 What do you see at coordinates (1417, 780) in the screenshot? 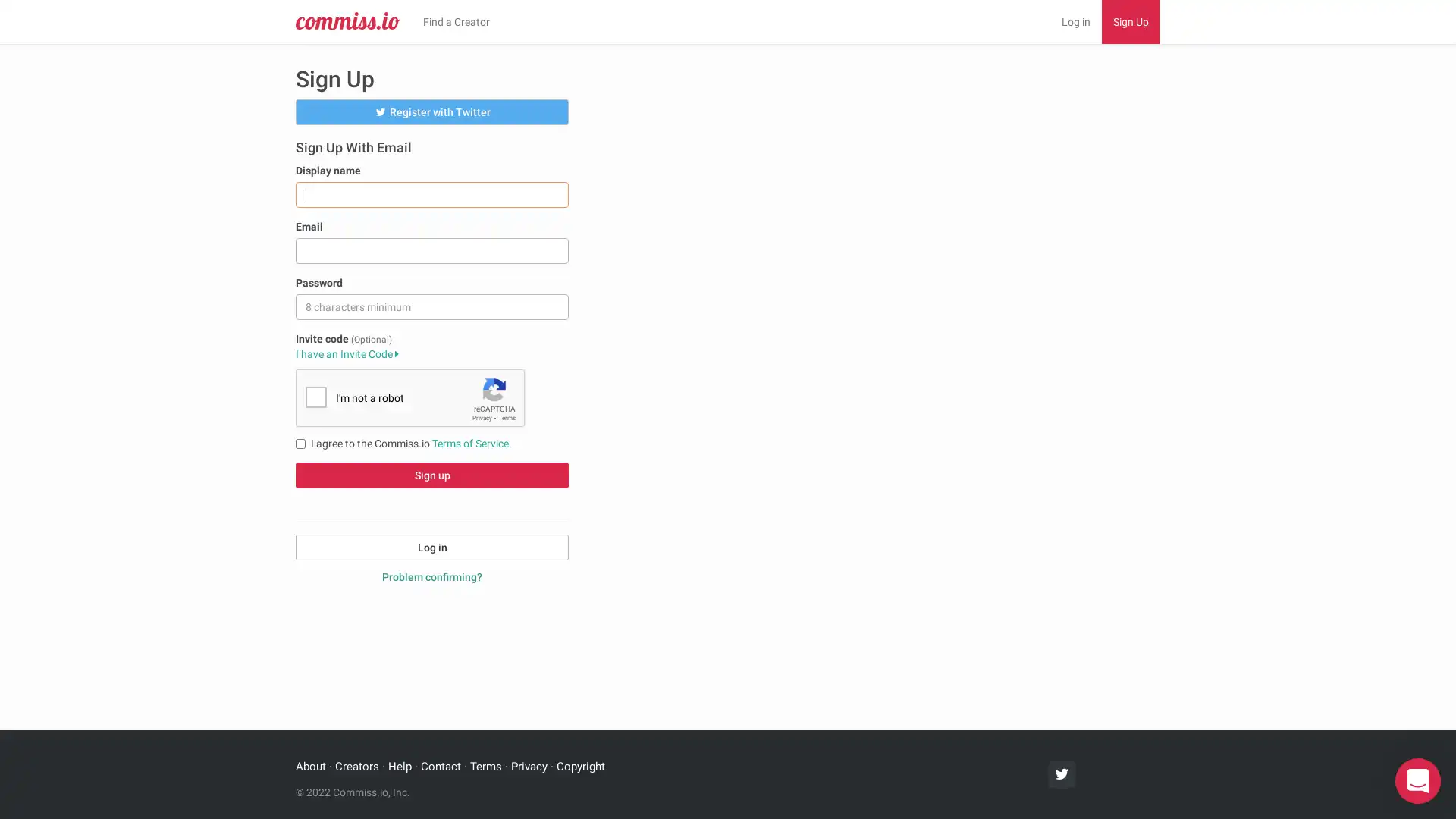
I see `Open Intercom Messenger` at bounding box center [1417, 780].